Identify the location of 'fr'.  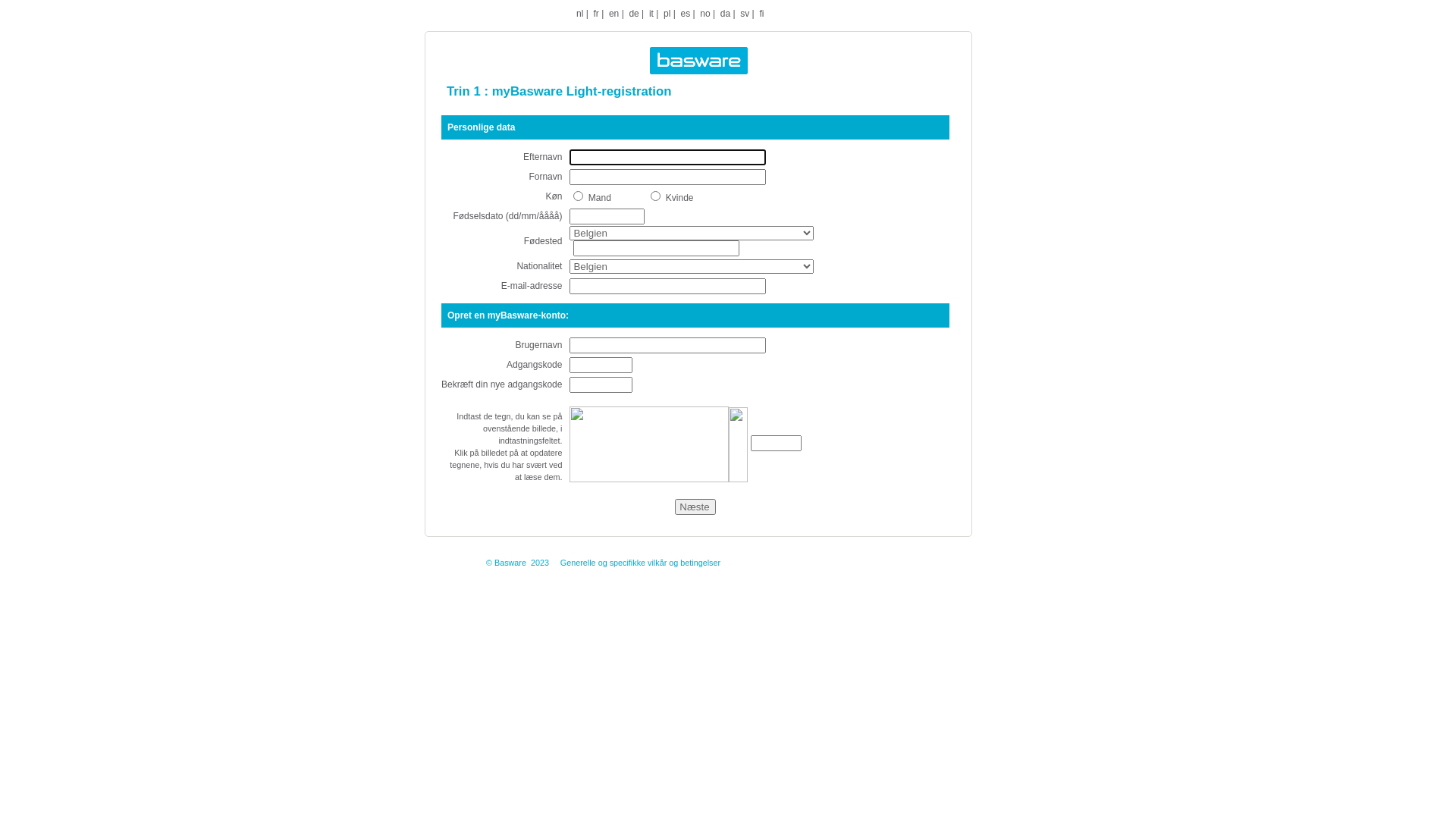
(595, 14).